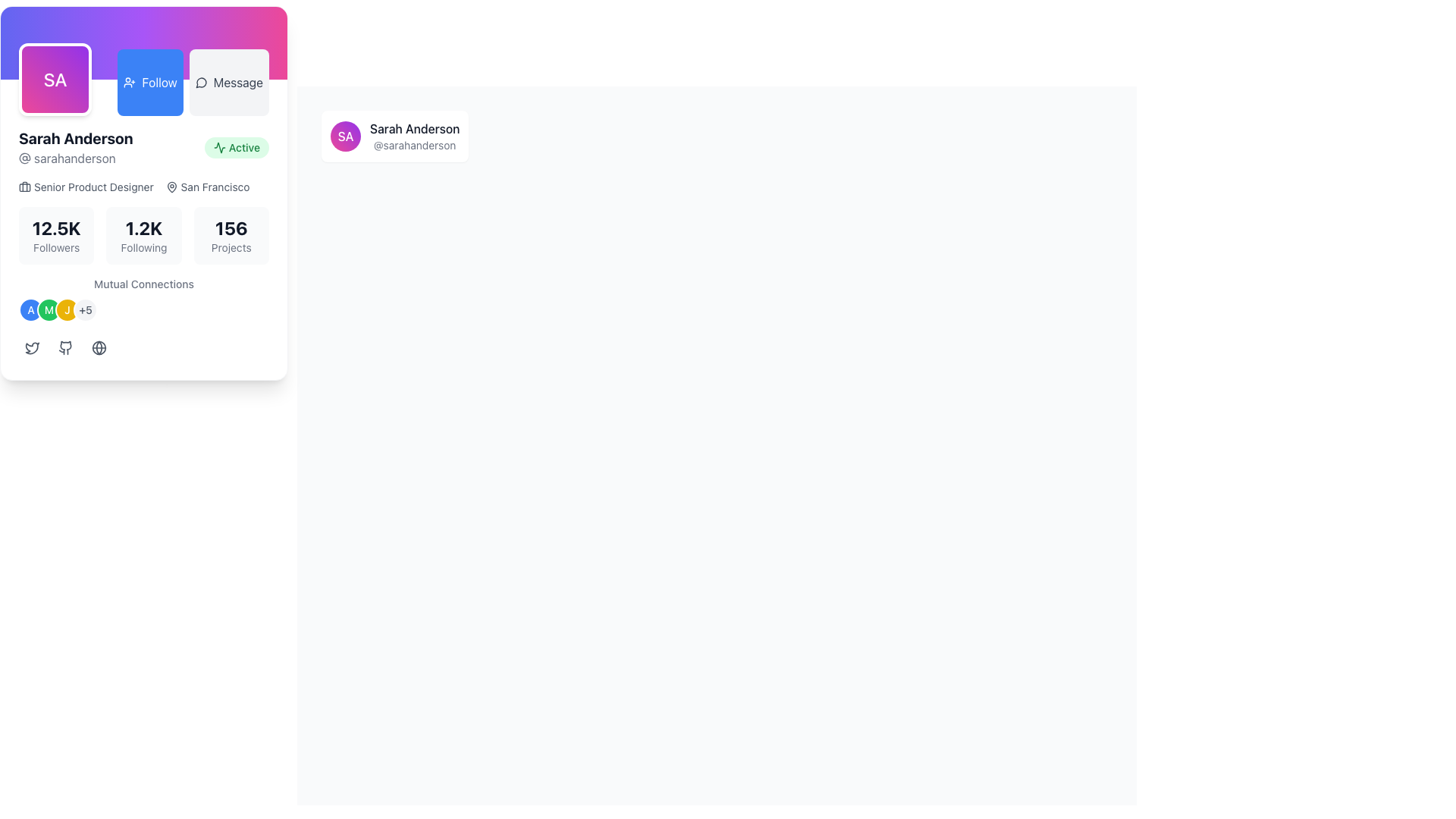 The height and width of the screenshot is (819, 1456). What do you see at coordinates (159, 82) in the screenshot?
I see `'Follow' button text label for additional details in debugging tools, which is part of a blue button located in the top-left region of the interface, positioned to the right of a purple avatar and left of a white 'Message' button` at bounding box center [159, 82].